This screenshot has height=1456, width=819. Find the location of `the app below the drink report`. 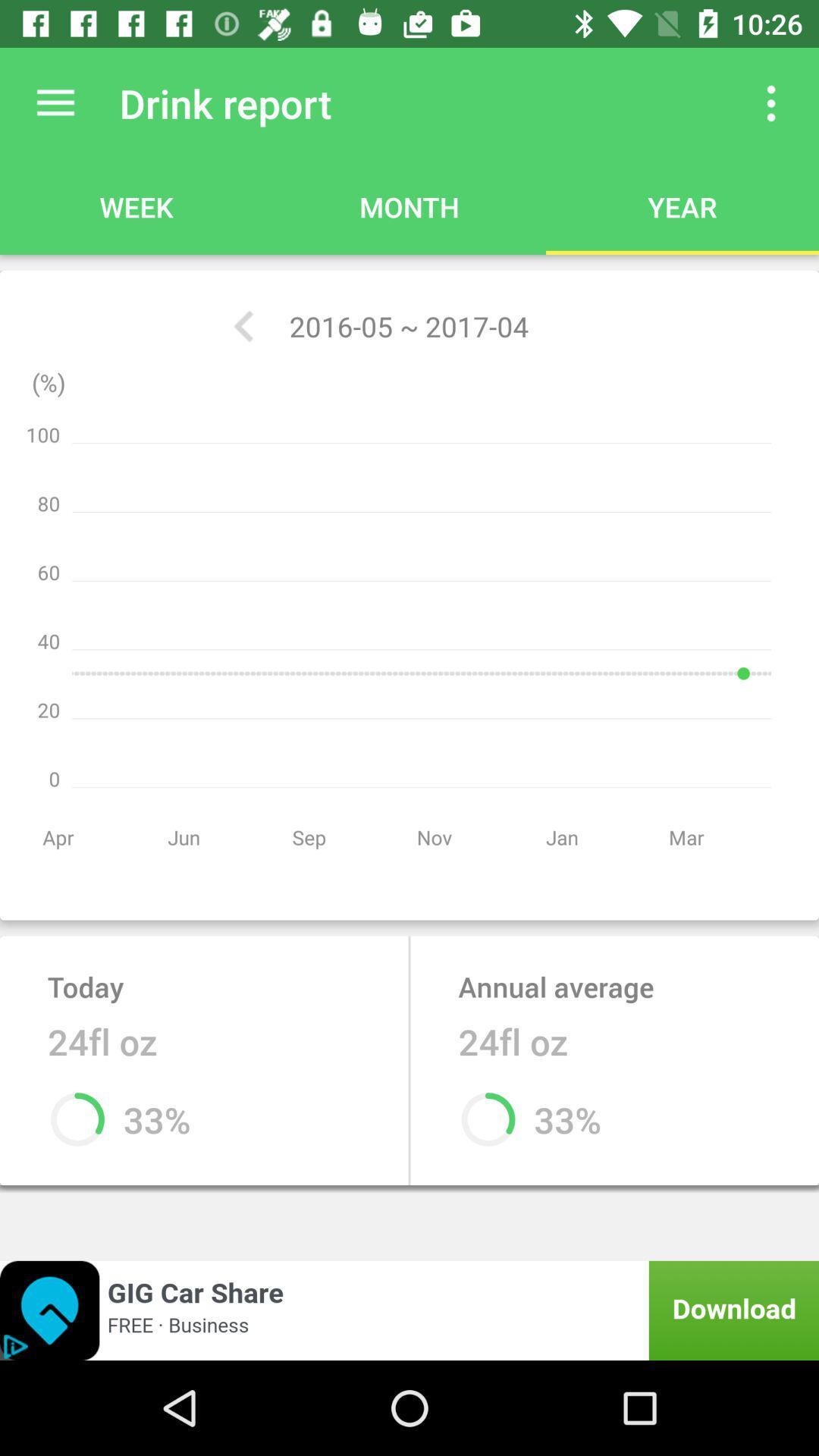

the app below the drink report is located at coordinates (242, 325).